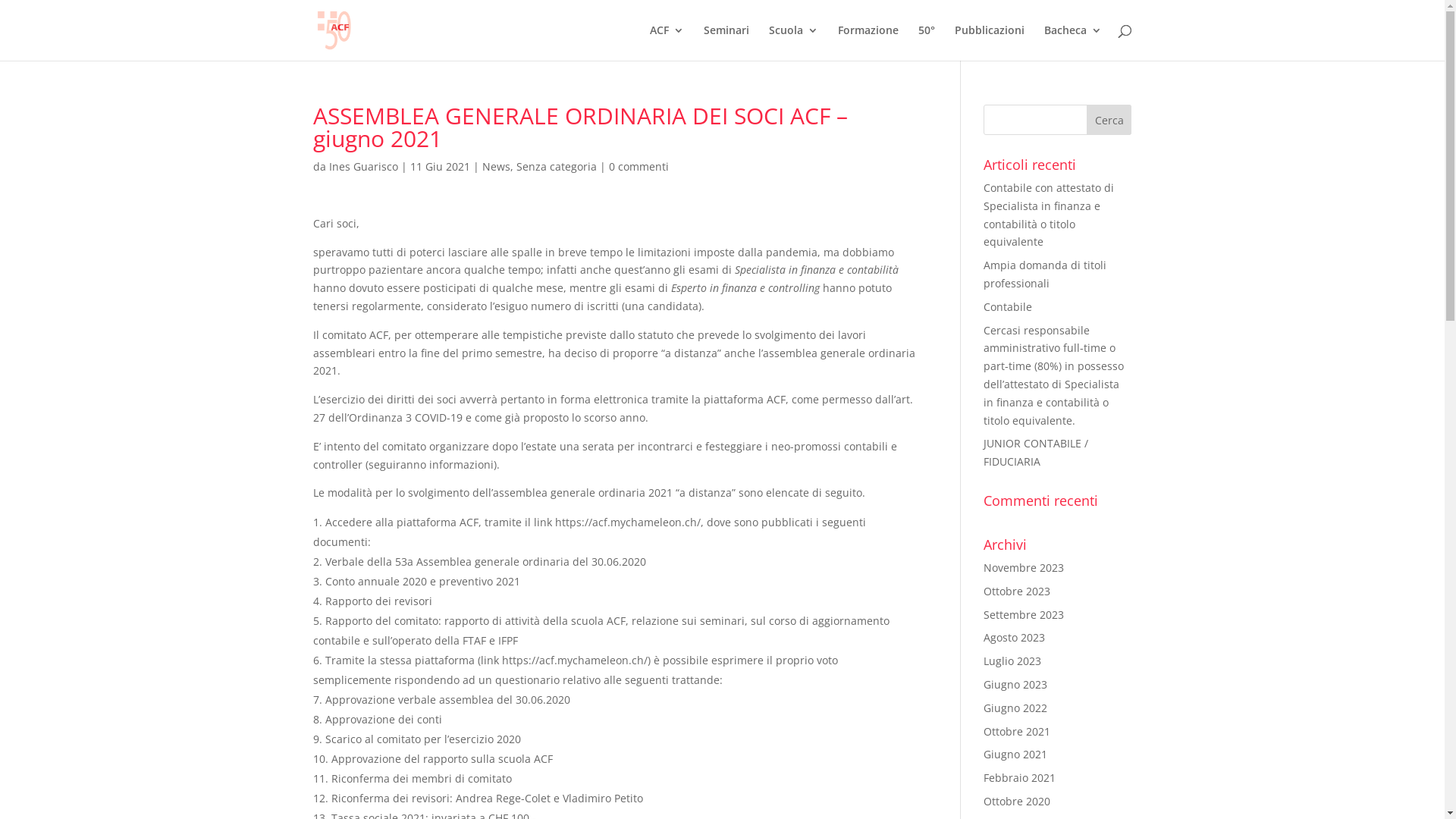 Image resolution: width=1456 pixels, height=819 pixels. What do you see at coordinates (1016, 590) in the screenshot?
I see `'Ottobre 2023'` at bounding box center [1016, 590].